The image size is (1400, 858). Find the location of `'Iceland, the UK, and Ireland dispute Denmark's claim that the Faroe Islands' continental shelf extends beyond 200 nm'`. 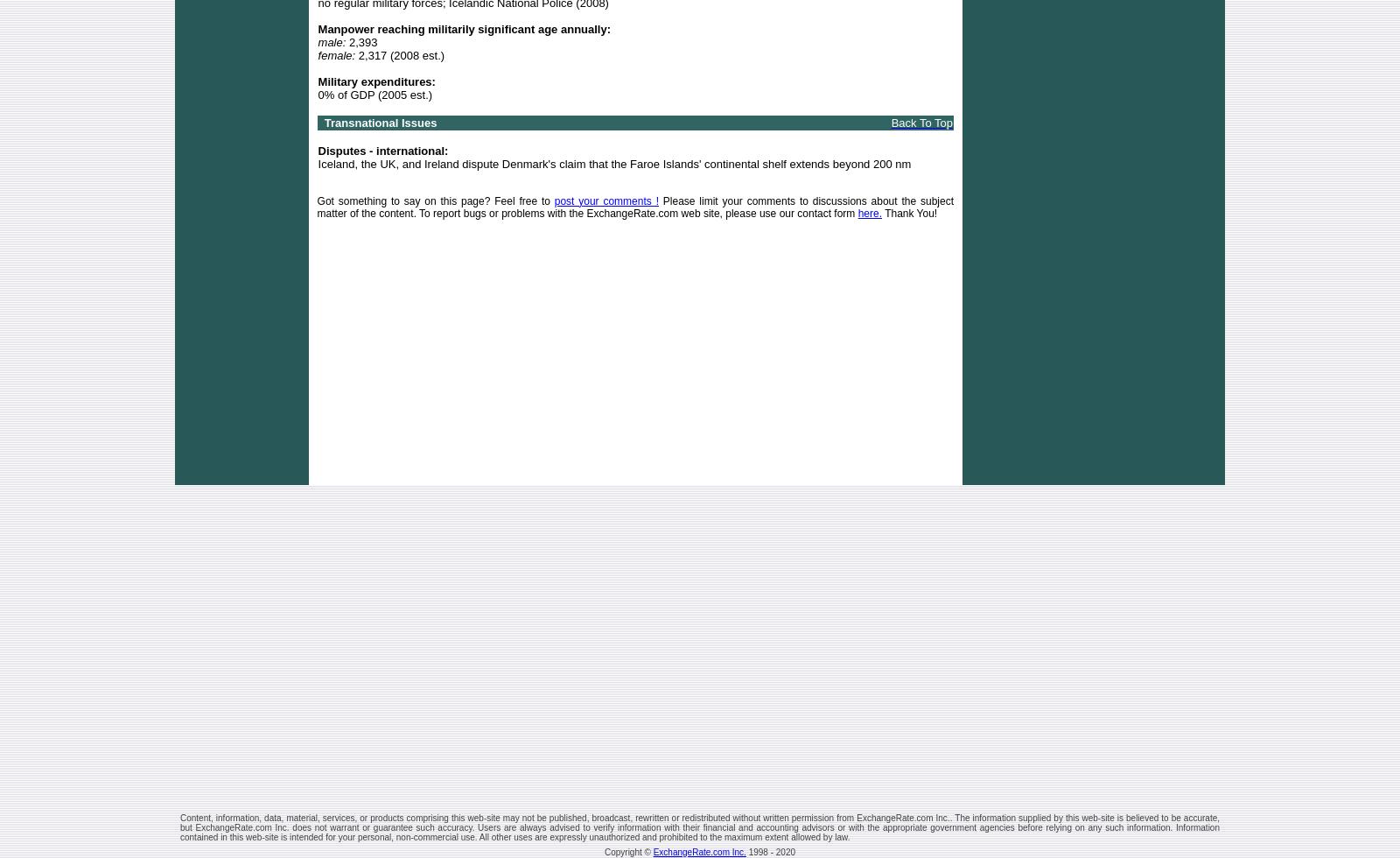

'Iceland, the UK, and Ireland dispute Denmark's claim that the Faroe Islands' continental shelf extends beyond 200 nm' is located at coordinates (613, 163).